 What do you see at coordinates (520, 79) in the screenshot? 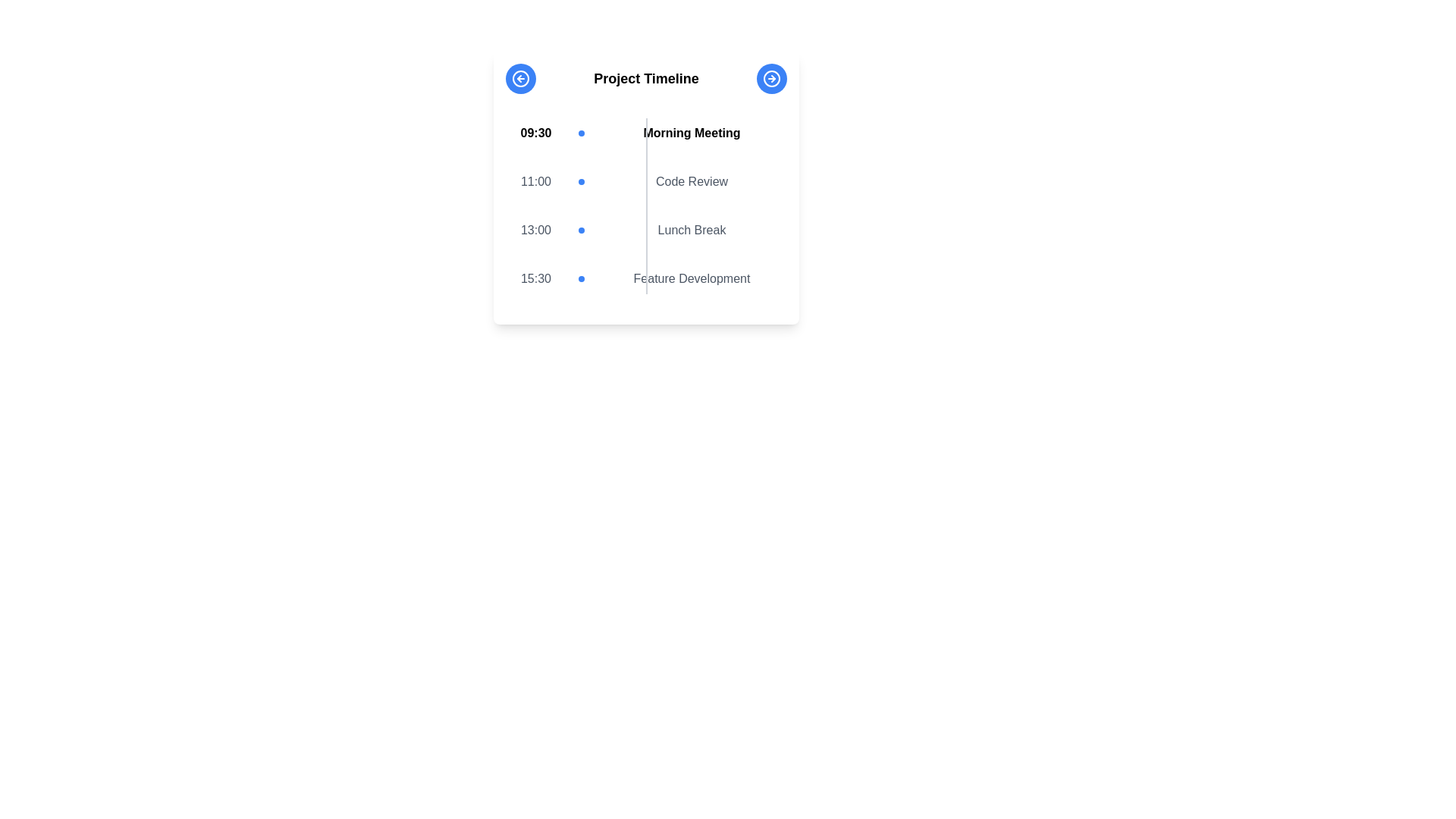
I see `the small, circular button with a blue background and a left-facing arrow icon` at bounding box center [520, 79].